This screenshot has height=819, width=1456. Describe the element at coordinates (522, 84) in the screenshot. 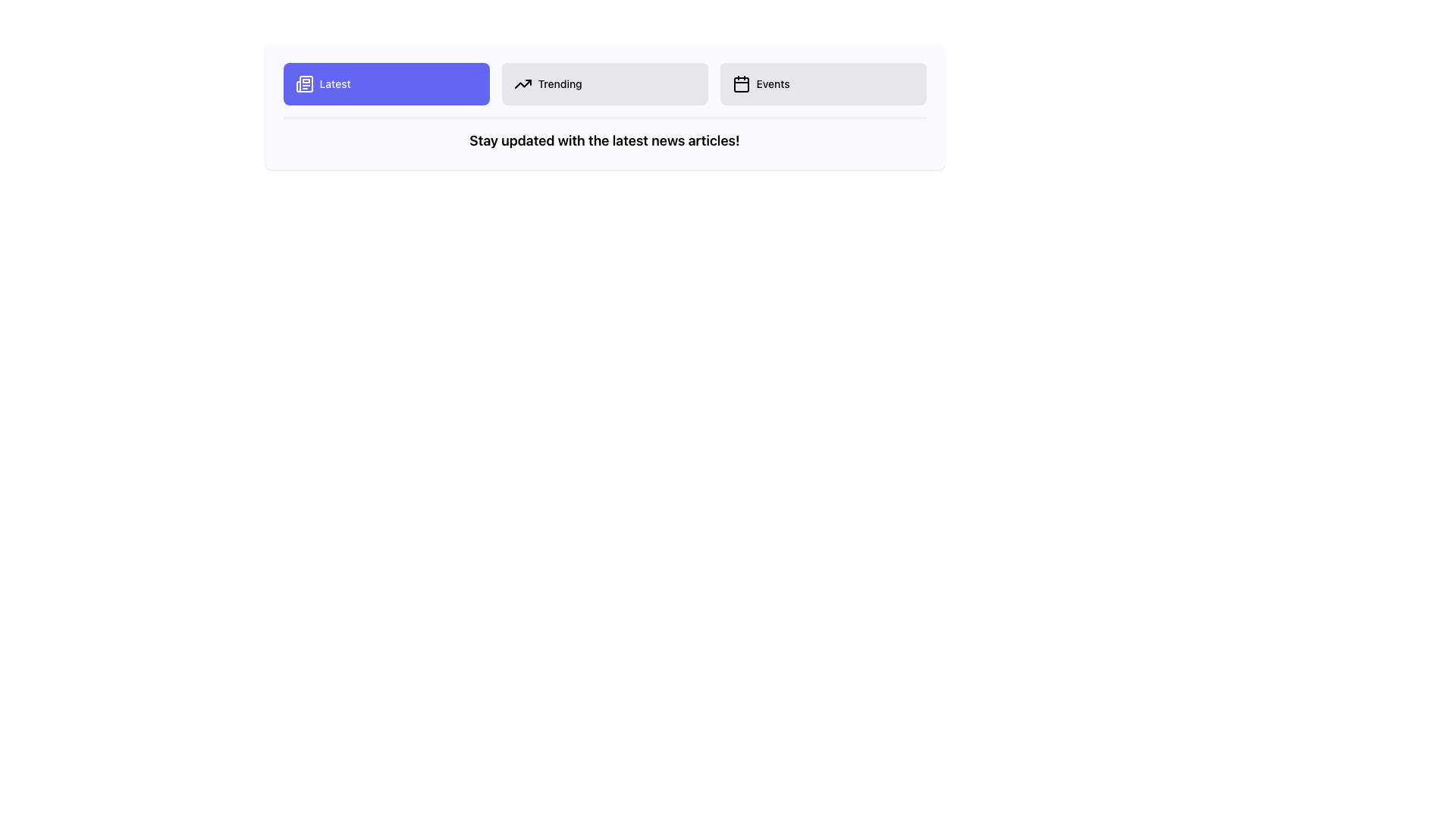

I see `the 'Trending' icon positioned to the left of the 'Trending' label inside a rounded rectangular button` at that location.